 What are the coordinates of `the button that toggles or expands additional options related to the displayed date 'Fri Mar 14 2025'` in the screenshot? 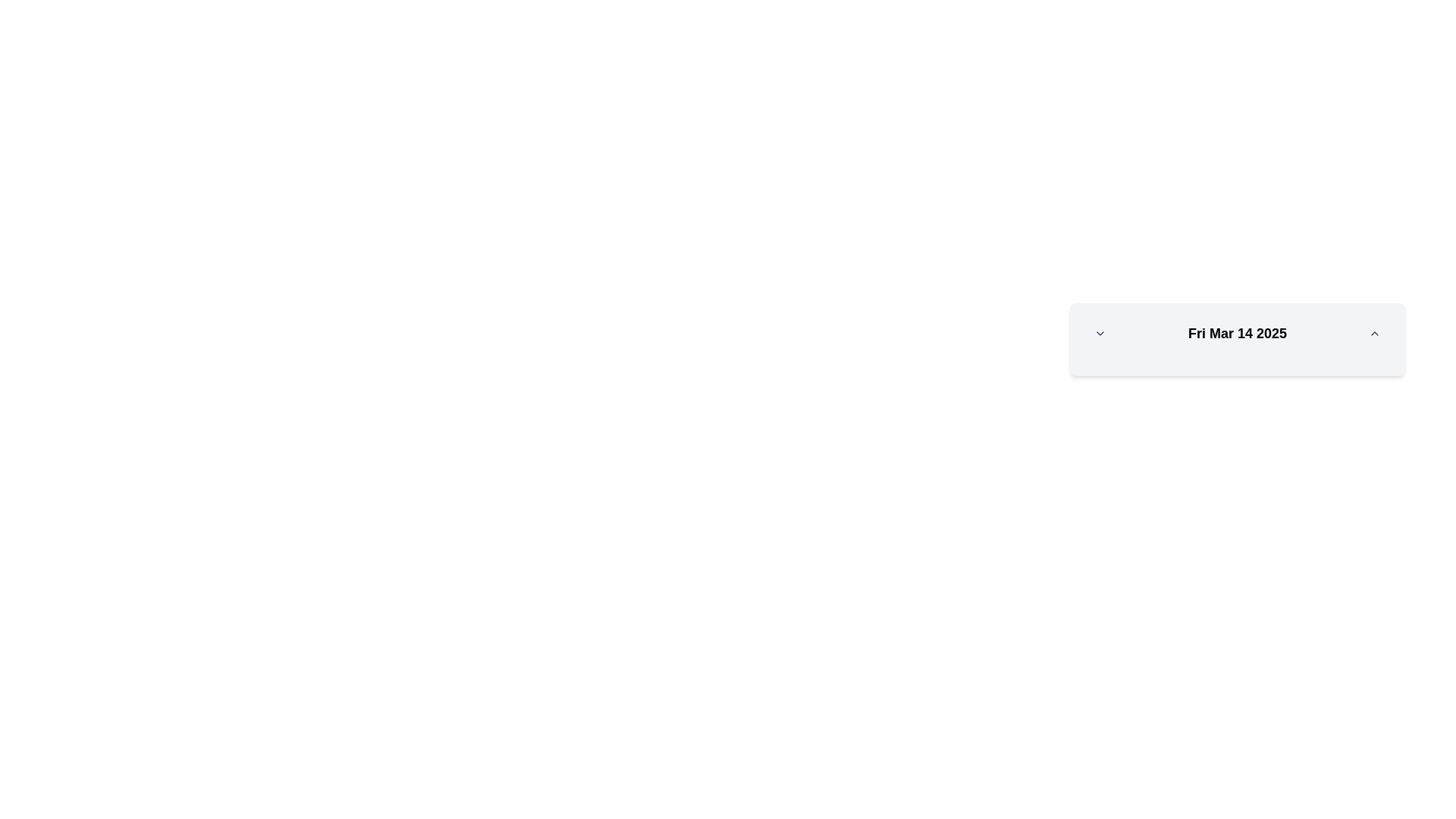 It's located at (1100, 332).